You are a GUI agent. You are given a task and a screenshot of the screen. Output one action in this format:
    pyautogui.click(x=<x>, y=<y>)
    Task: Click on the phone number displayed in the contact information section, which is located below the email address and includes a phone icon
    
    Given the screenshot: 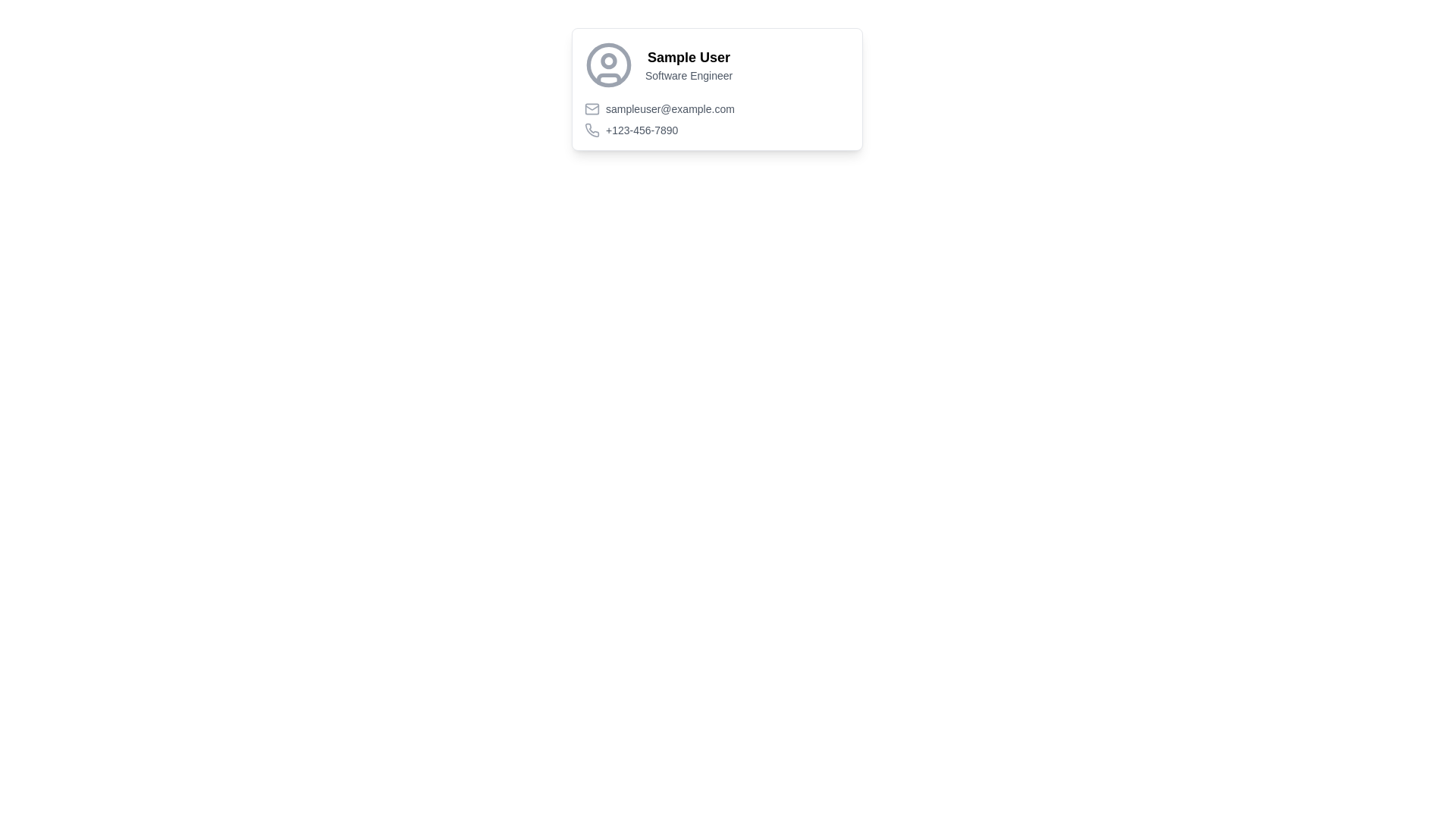 What is the action you would take?
    pyautogui.click(x=716, y=119)
    